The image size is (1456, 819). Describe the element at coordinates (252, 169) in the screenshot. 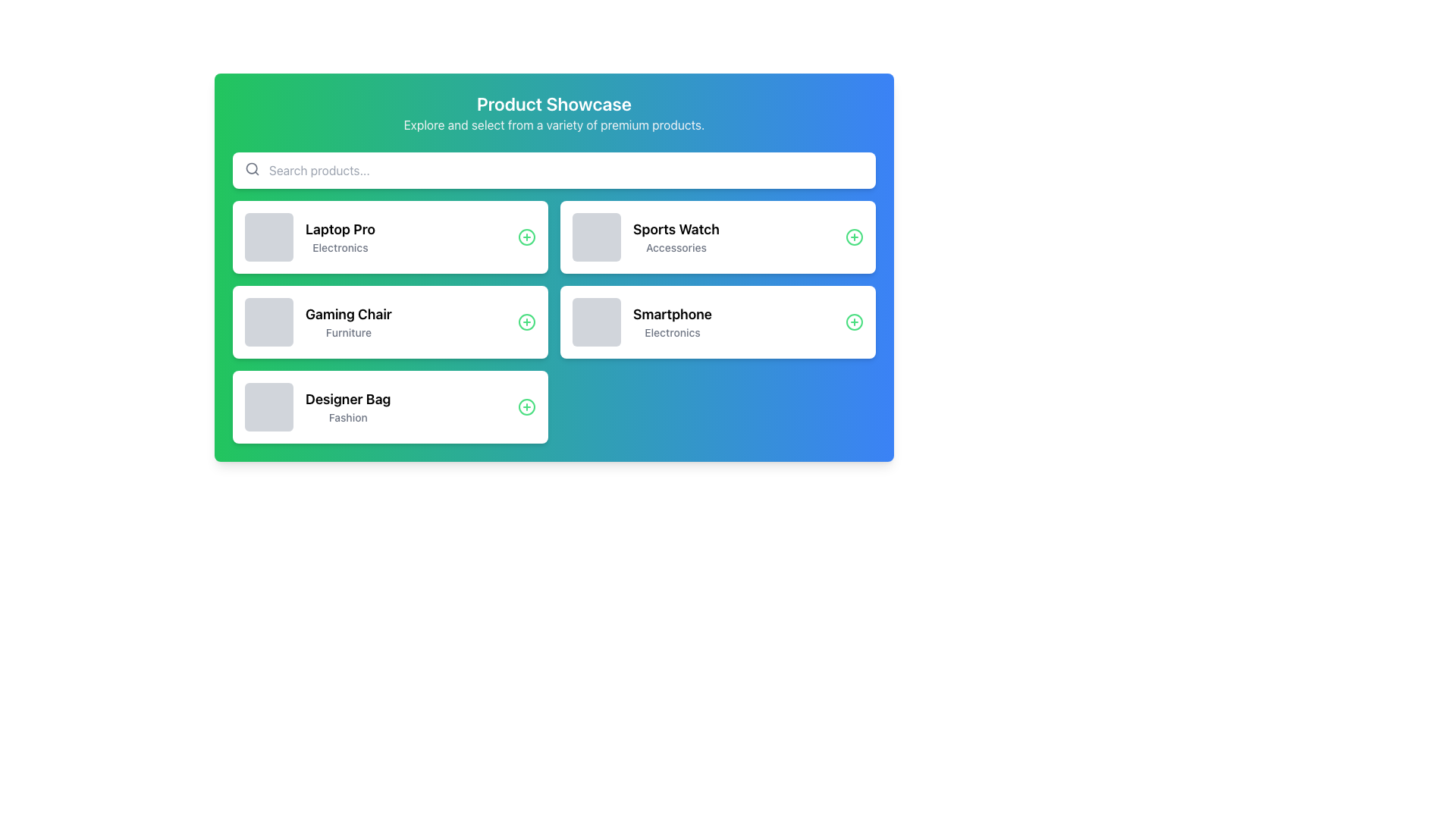

I see `the search icon located on the left side of the search bar, which is aligned vertically with the input area labeled 'Search products...'` at that location.